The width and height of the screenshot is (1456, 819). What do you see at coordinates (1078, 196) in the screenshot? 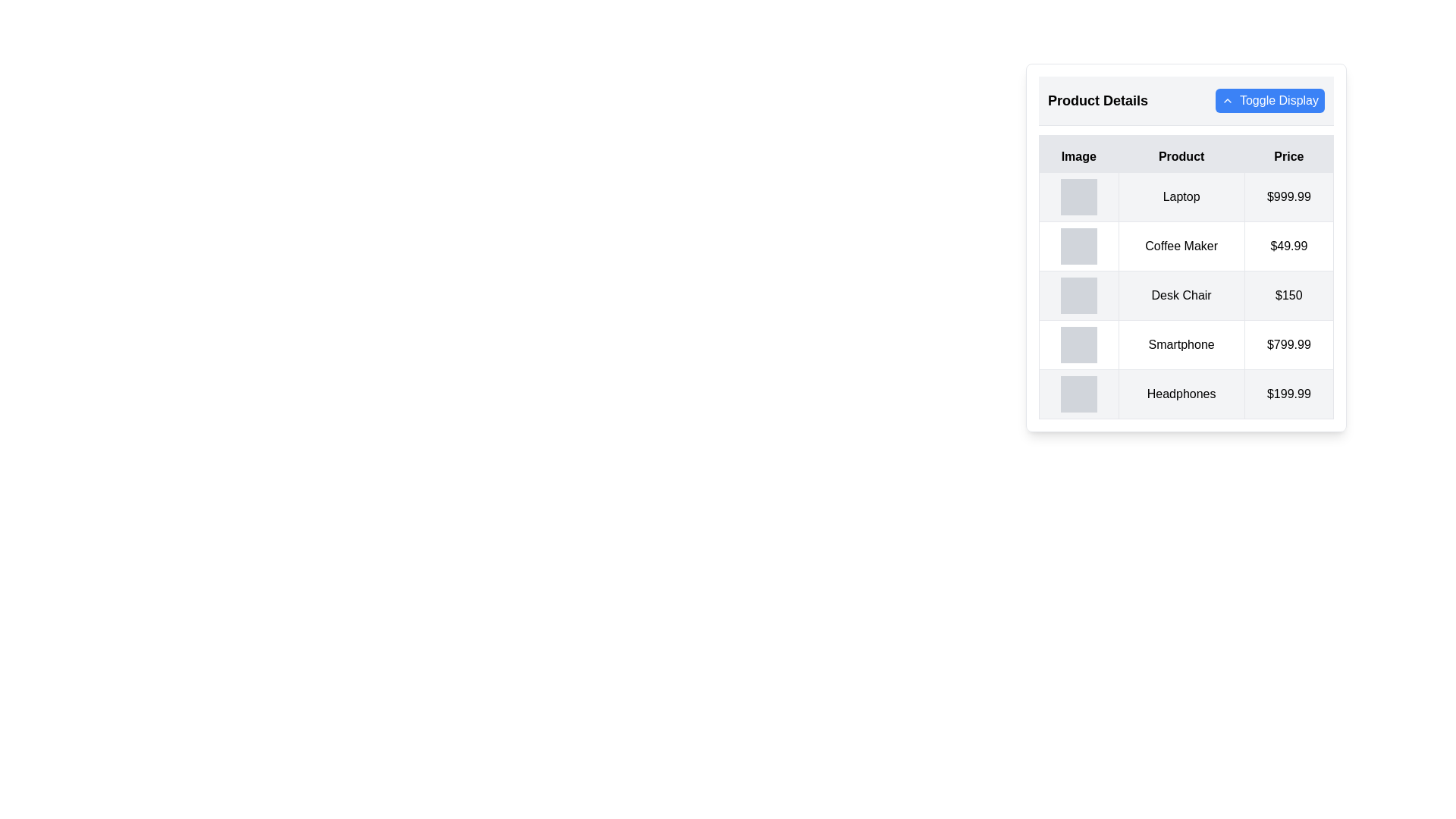
I see `the light gray square-shaped image placeholder located in the 'Image' column of the 'Product Details' panel` at bounding box center [1078, 196].